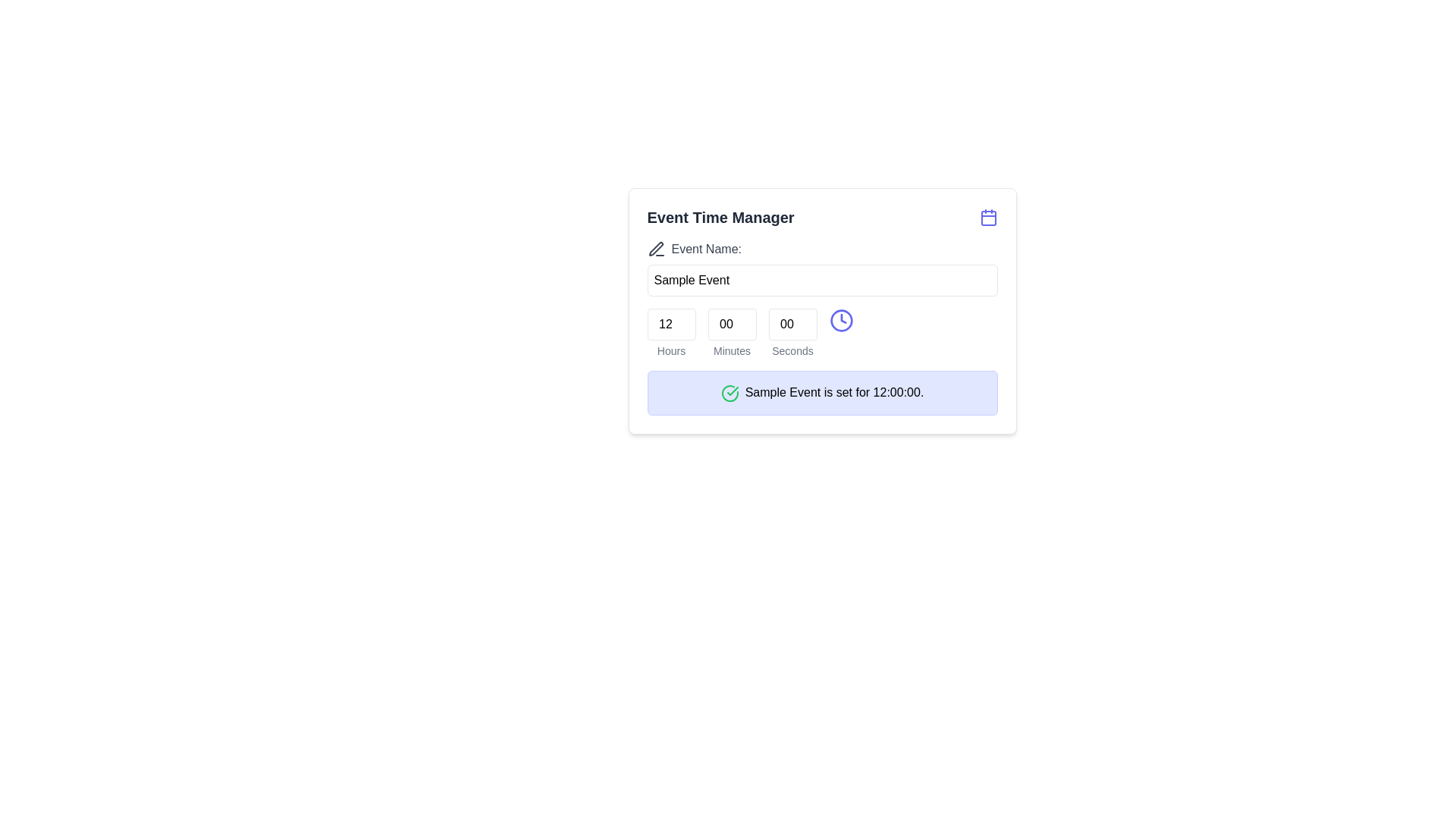 This screenshot has width=1456, height=819. Describe the element at coordinates (730, 392) in the screenshot. I see `the appearance of the circular icon indicating successful completion within the notification panel` at that location.